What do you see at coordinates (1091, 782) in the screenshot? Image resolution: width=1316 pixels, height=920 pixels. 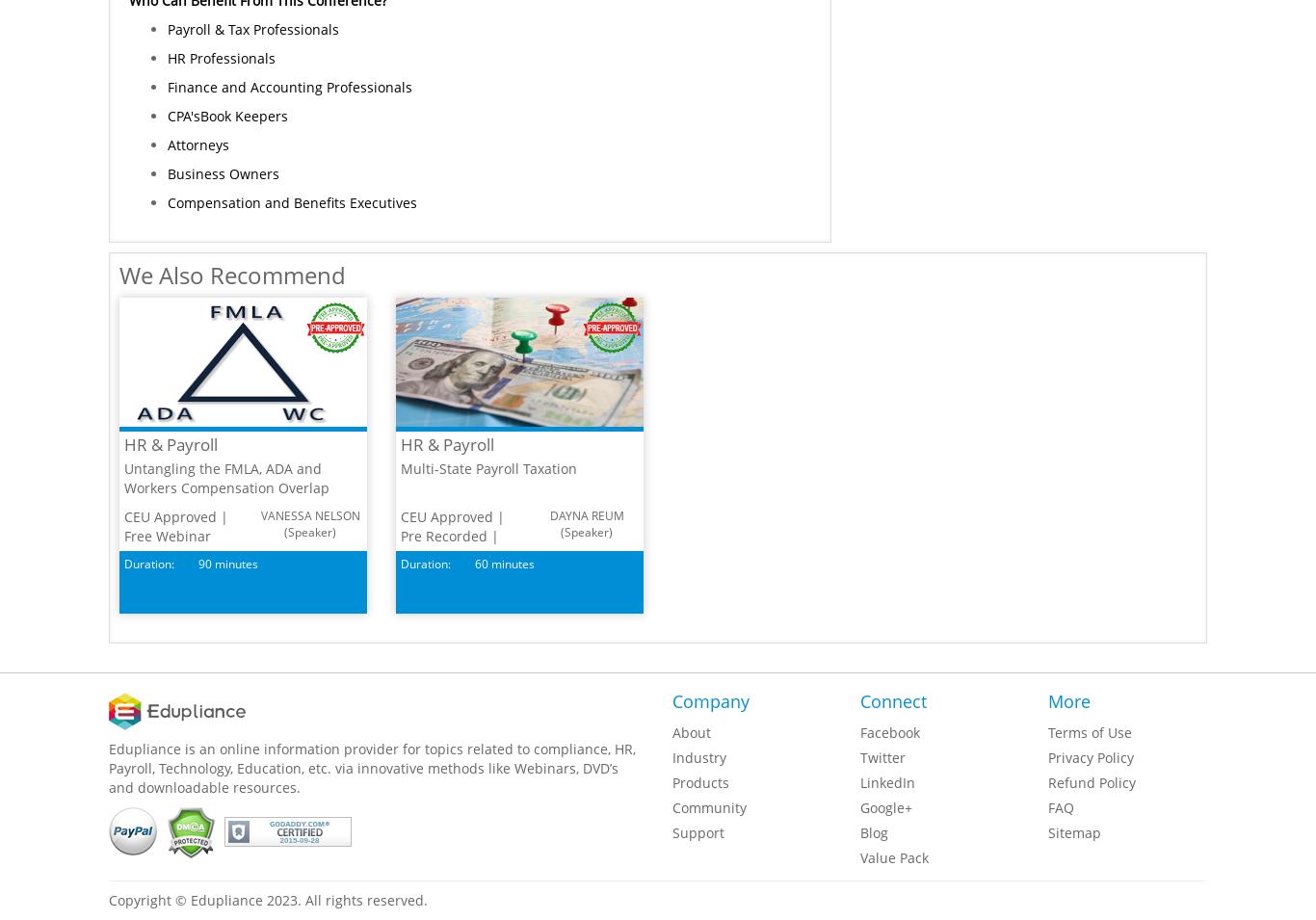 I see `'Refund Policy'` at bounding box center [1091, 782].